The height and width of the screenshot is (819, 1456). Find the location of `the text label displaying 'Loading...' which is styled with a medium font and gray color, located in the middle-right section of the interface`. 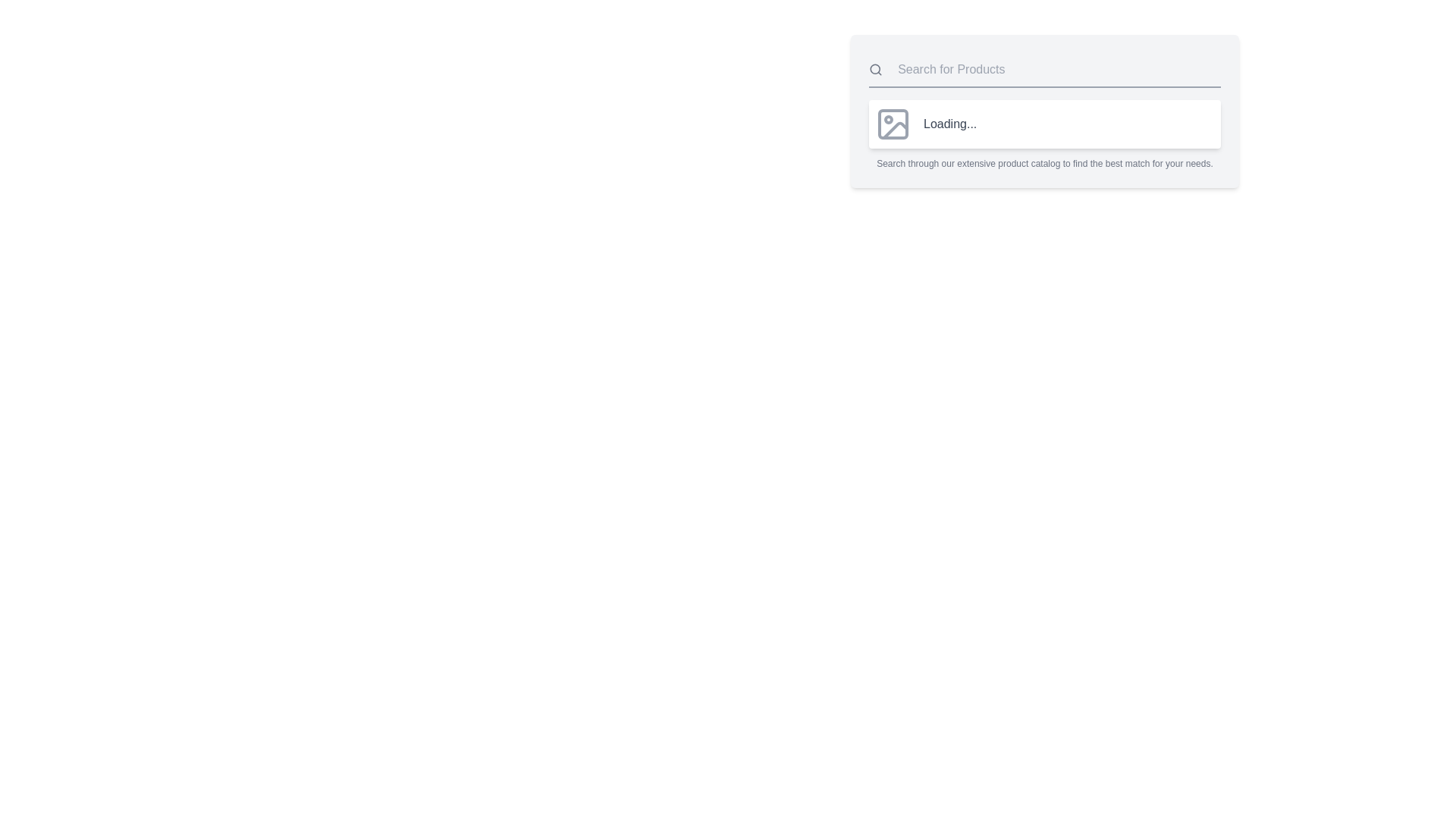

the text label displaying 'Loading...' which is styled with a medium font and gray color, located in the middle-right section of the interface is located at coordinates (949, 124).